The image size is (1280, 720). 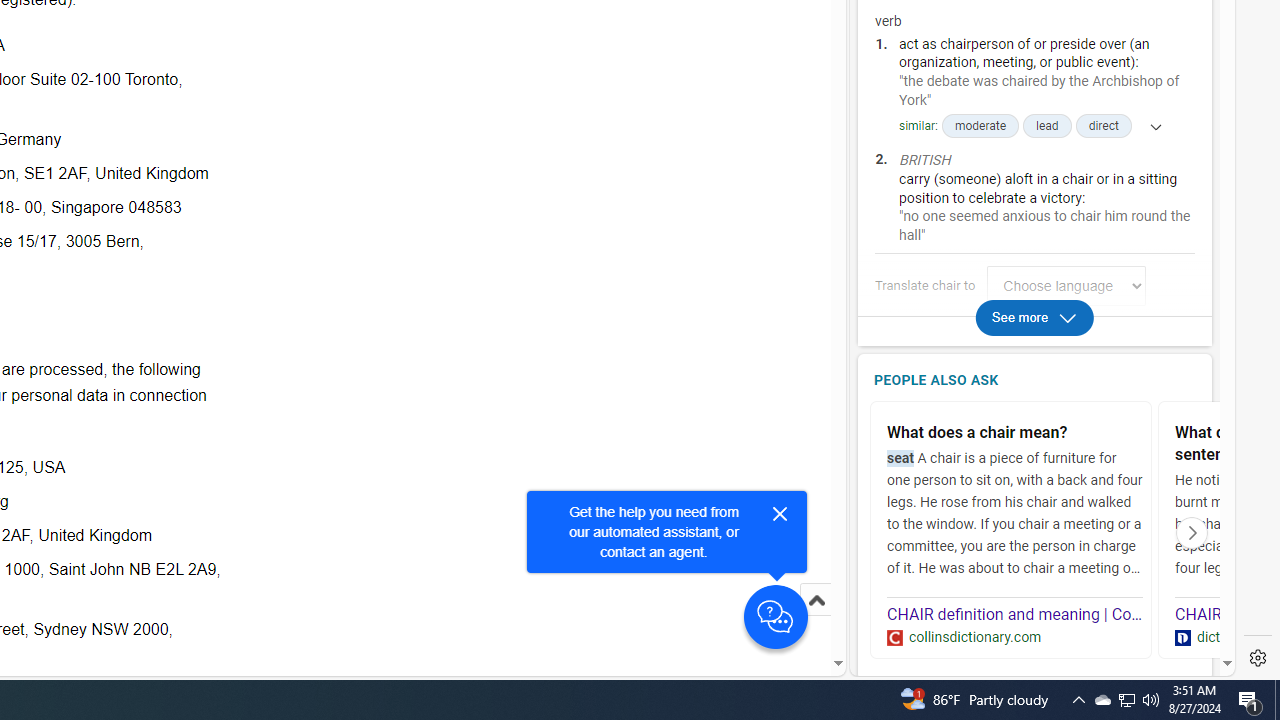 What do you see at coordinates (1046, 126) in the screenshot?
I see `'lead'` at bounding box center [1046, 126].